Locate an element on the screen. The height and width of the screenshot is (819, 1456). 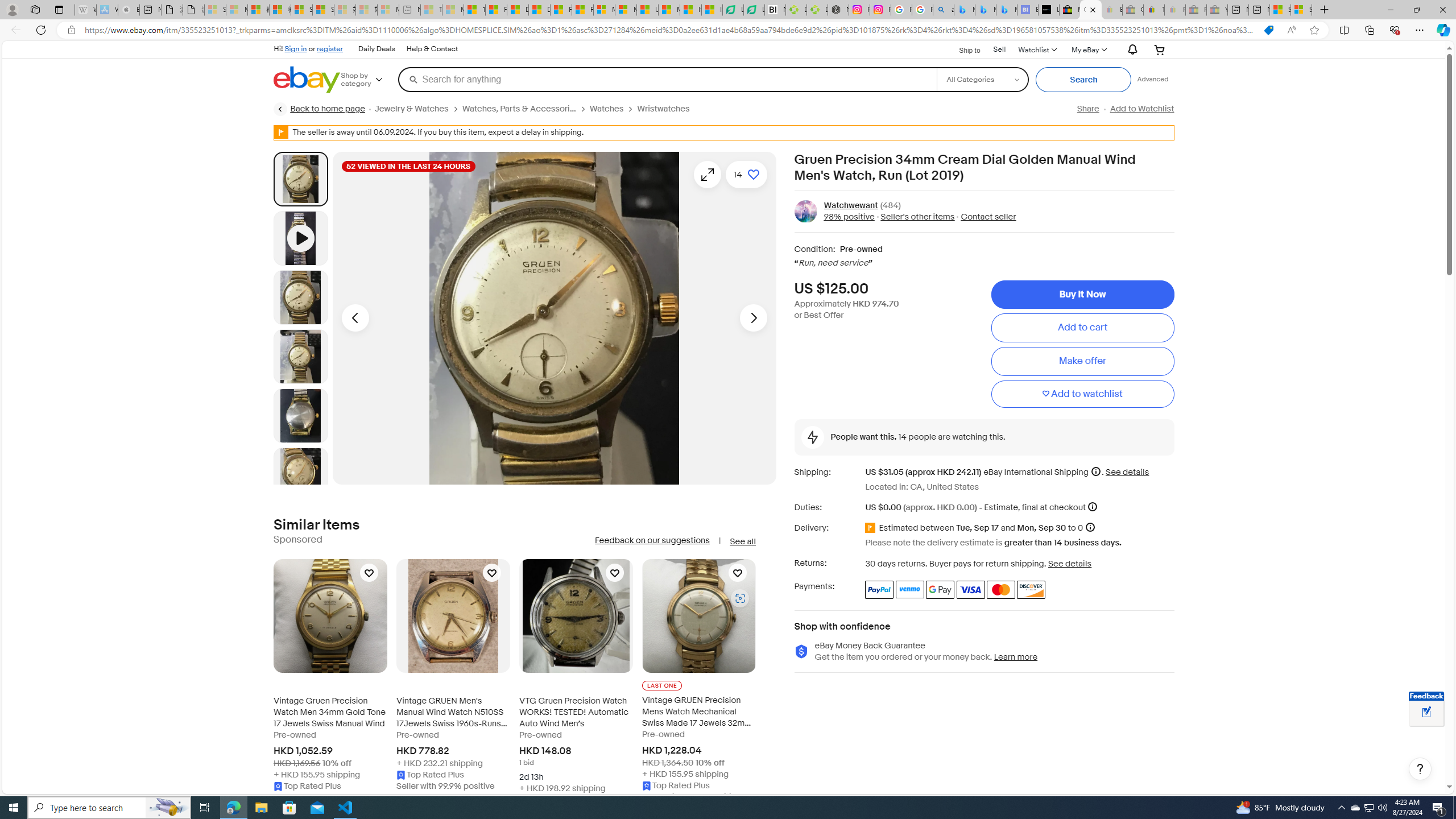
'Wikipedia - Sleeping' is located at coordinates (85, 9).